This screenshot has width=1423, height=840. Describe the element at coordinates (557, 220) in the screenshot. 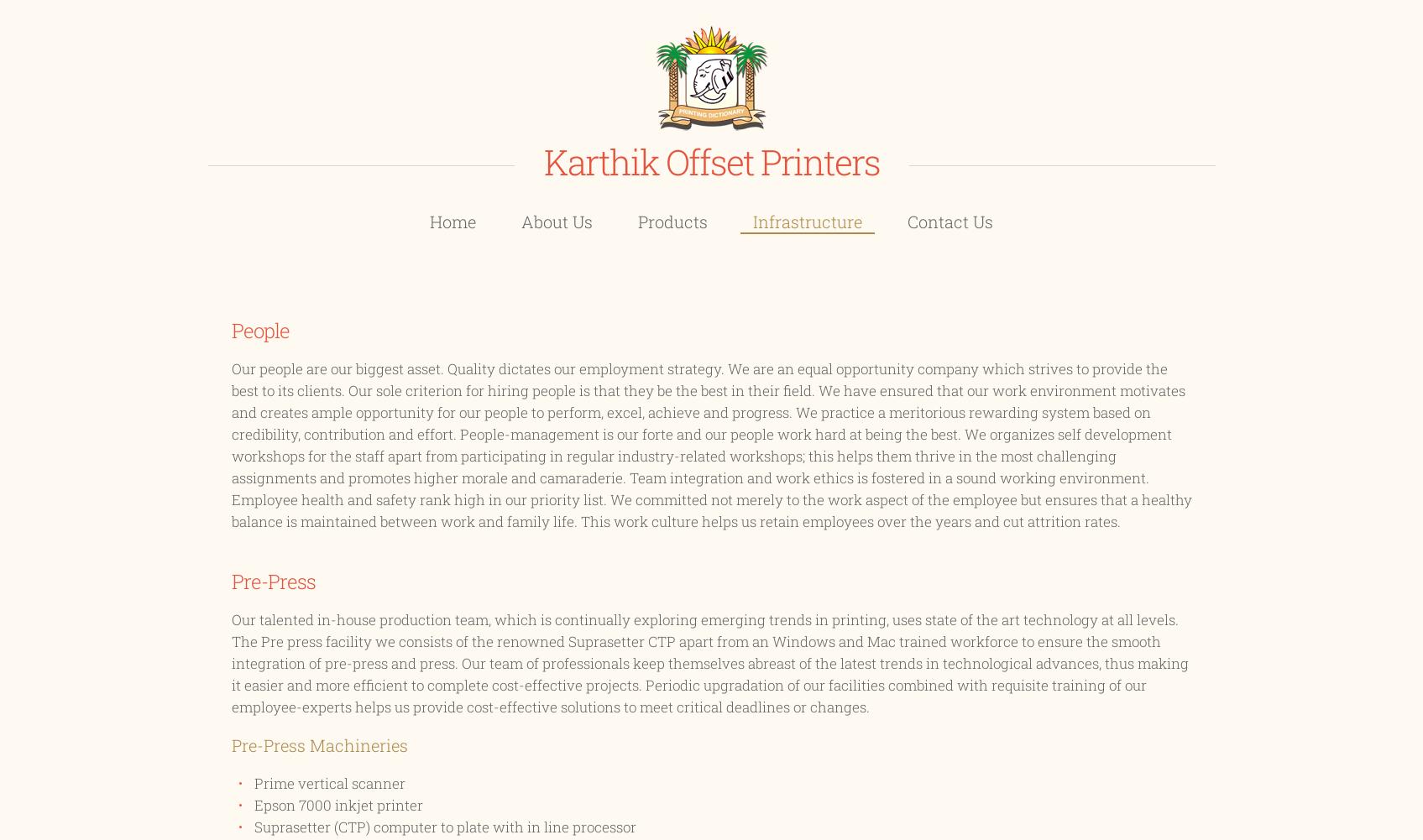

I see `'About Us'` at that location.